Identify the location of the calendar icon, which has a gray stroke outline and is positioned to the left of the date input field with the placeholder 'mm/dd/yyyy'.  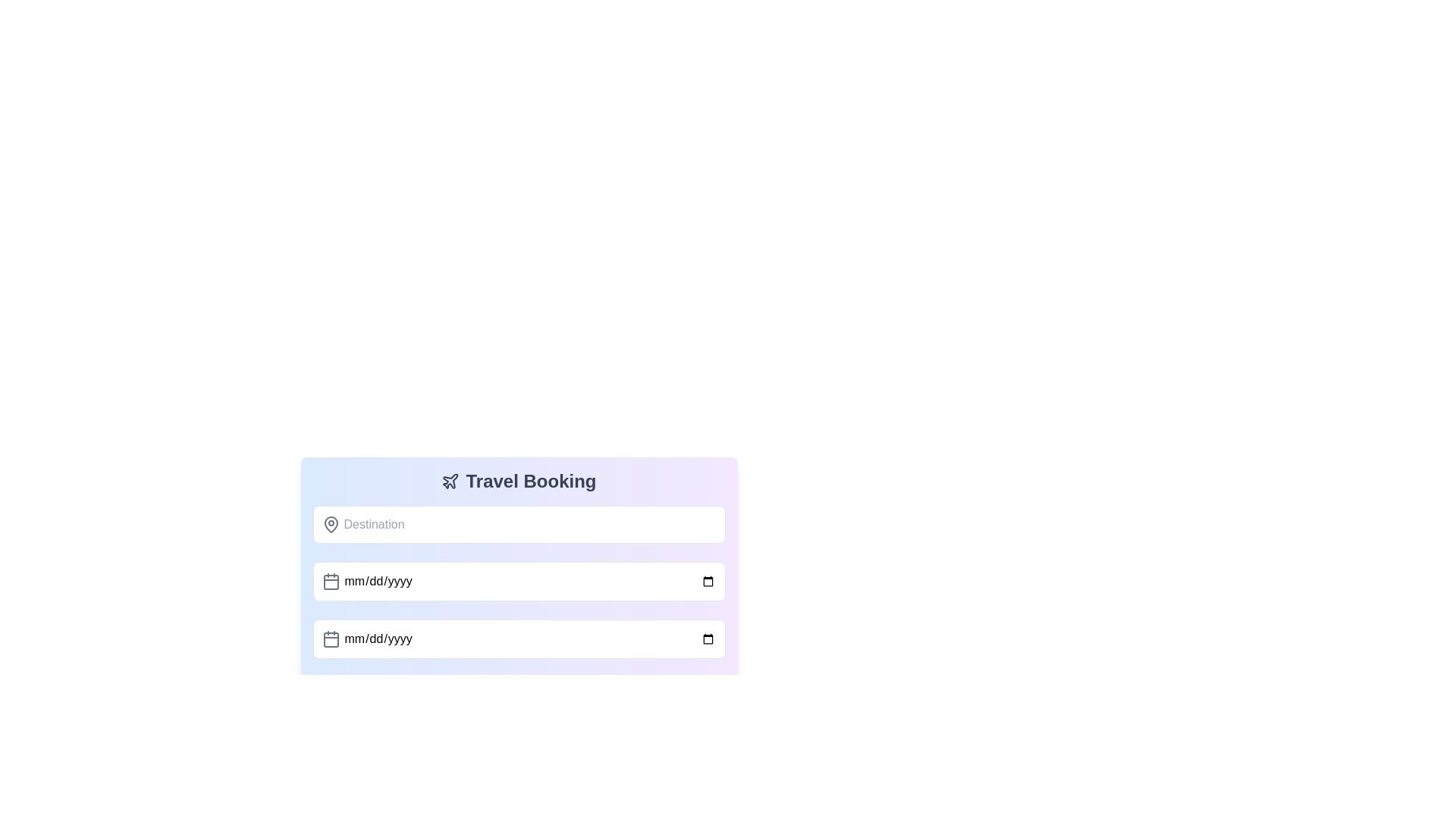
(330, 639).